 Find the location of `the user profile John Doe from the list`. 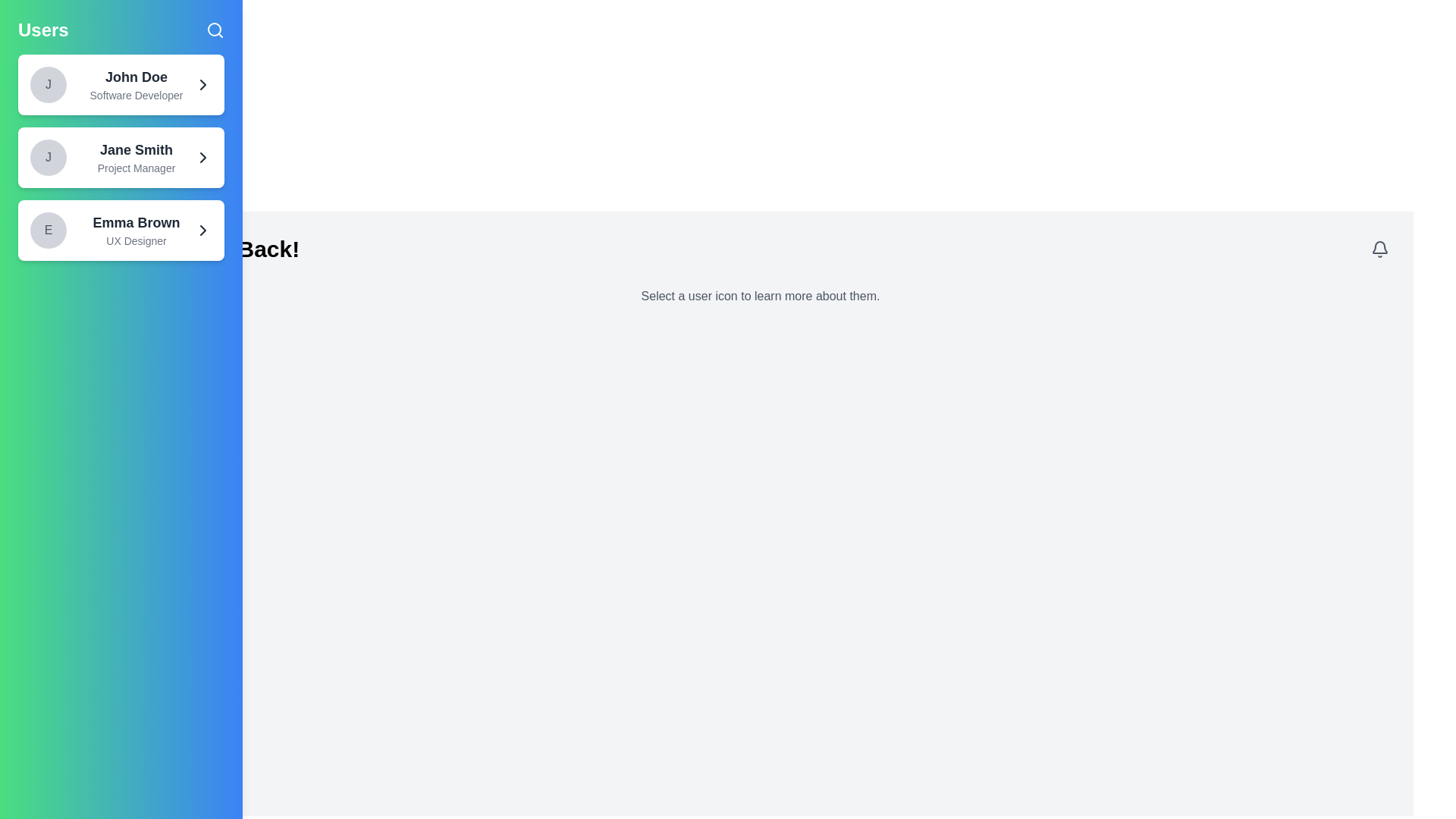

the user profile John Doe from the list is located at coordinates (120, 84).